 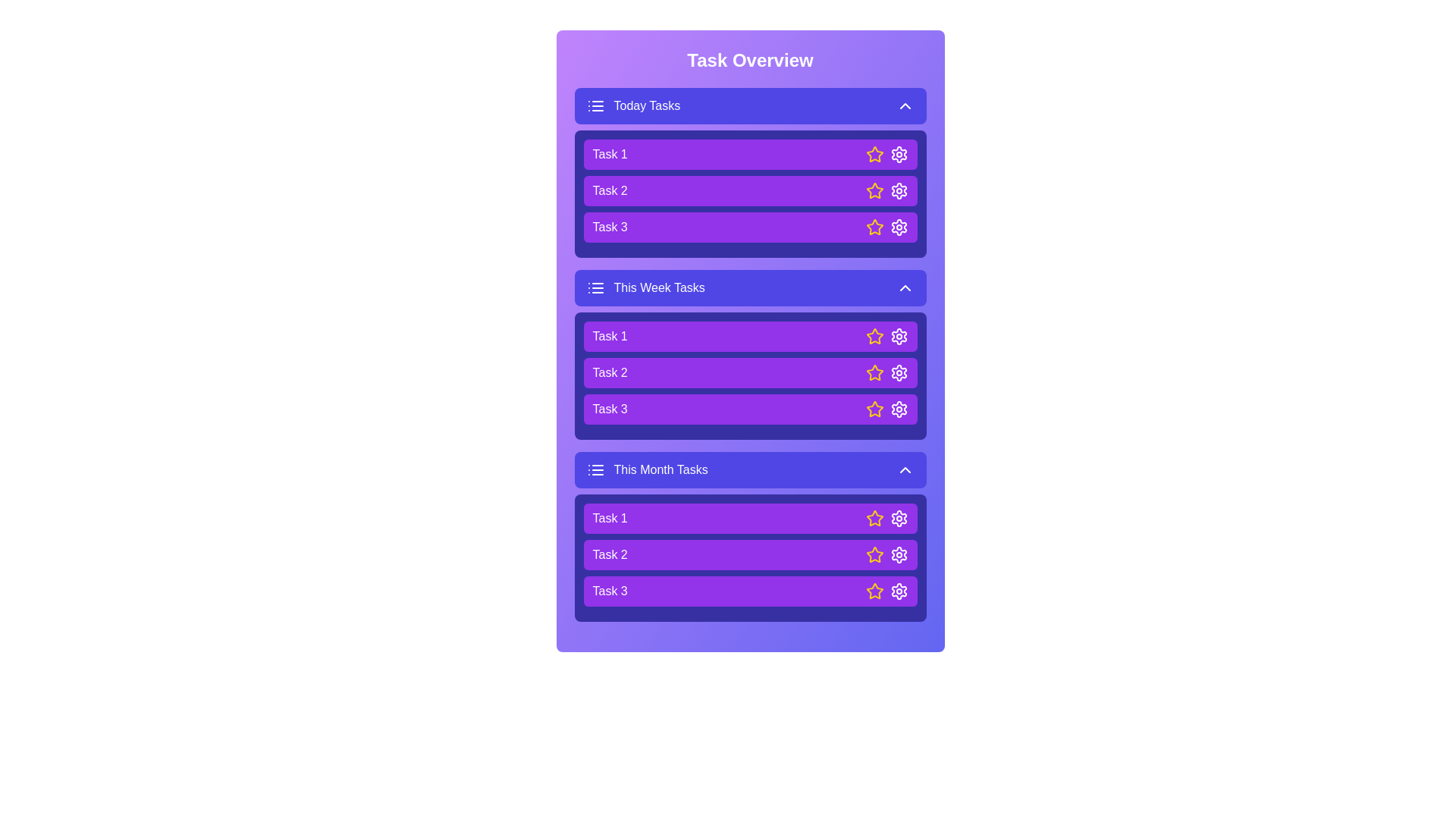 What do you see at coordinates (899, 155) in the screenshot?
I see `the settings icon of a task to configure it. Specify the task using the parameter Task 1` at bounding box center [899, 155].